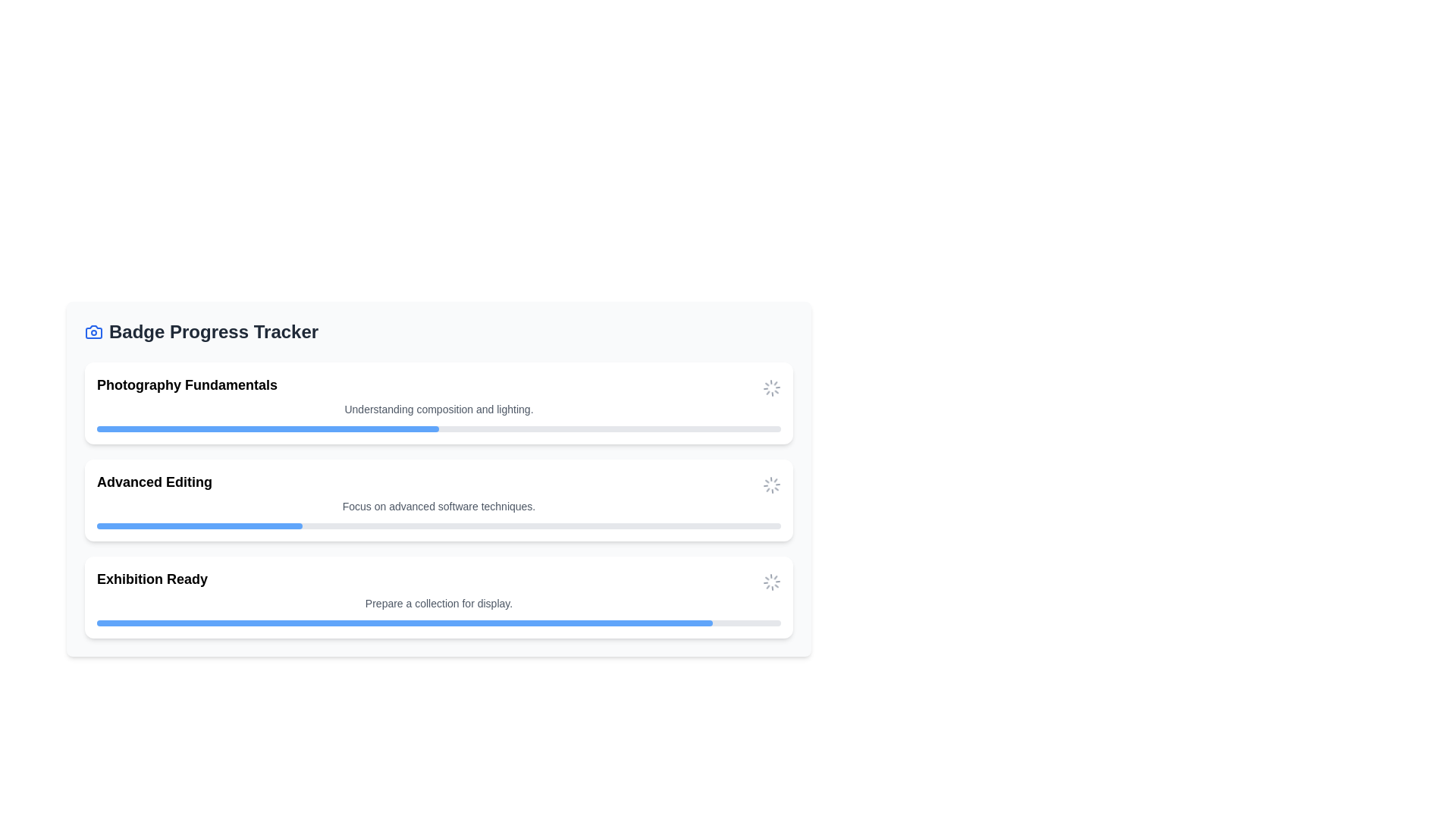 Image resolution: width=1456 pixels, height=819 pixels. I want to click on the Informational card titled 'Advanced Editing' with a progress bar, located in the 'Badge Progress Tracker' section, positioned below 'Photography Fundamentals' and above 'Exhibition Ready', so click(438, 500).